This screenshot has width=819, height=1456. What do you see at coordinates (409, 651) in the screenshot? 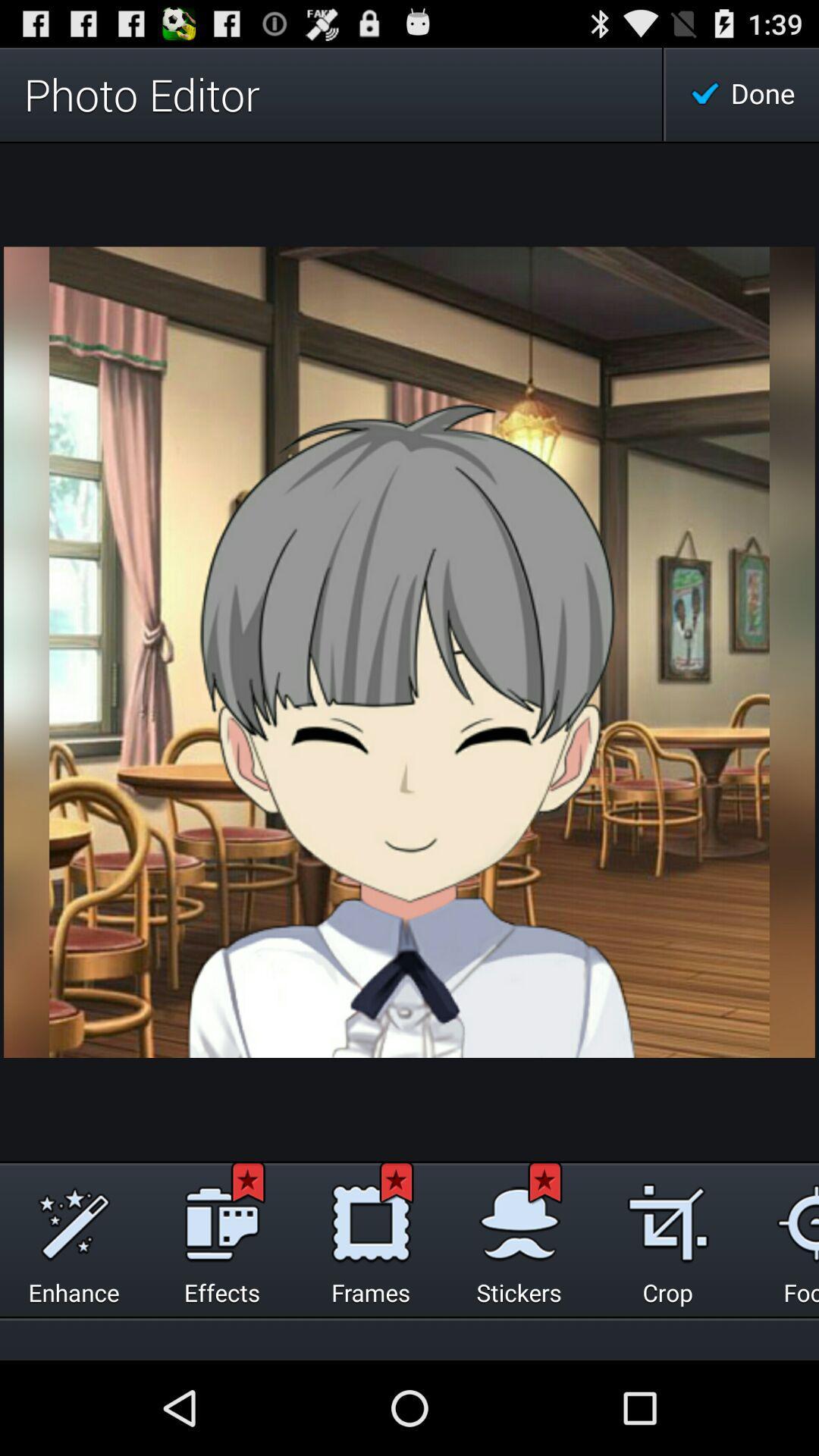
I see `the image which is below the photo editor` at bounding box center [409, 651].